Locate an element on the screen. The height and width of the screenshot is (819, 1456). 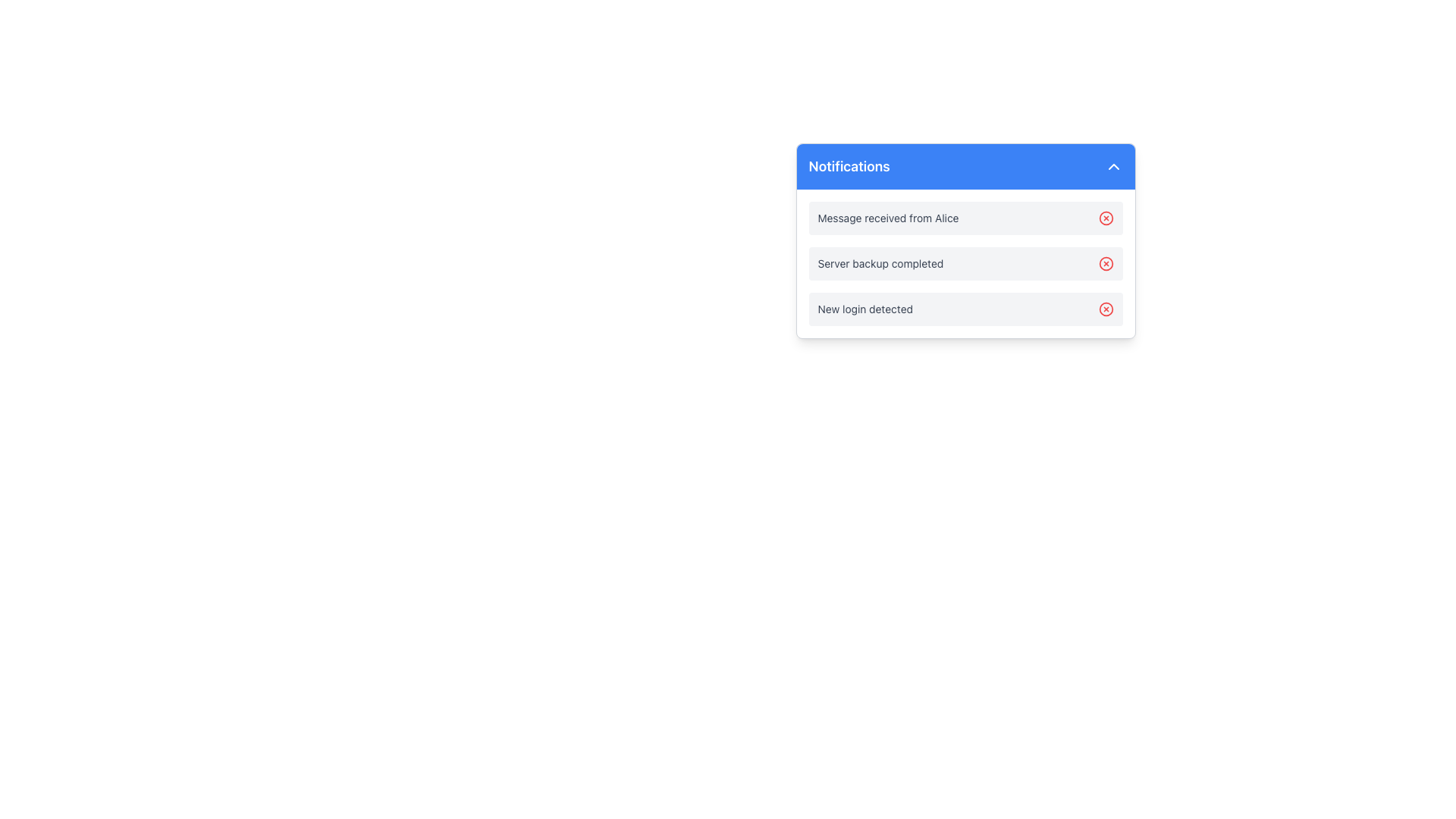
displayed text of the Notifications label, which is a bold and large white text on a blue background located at the left side of the header section is located at coordinates (849, 166).